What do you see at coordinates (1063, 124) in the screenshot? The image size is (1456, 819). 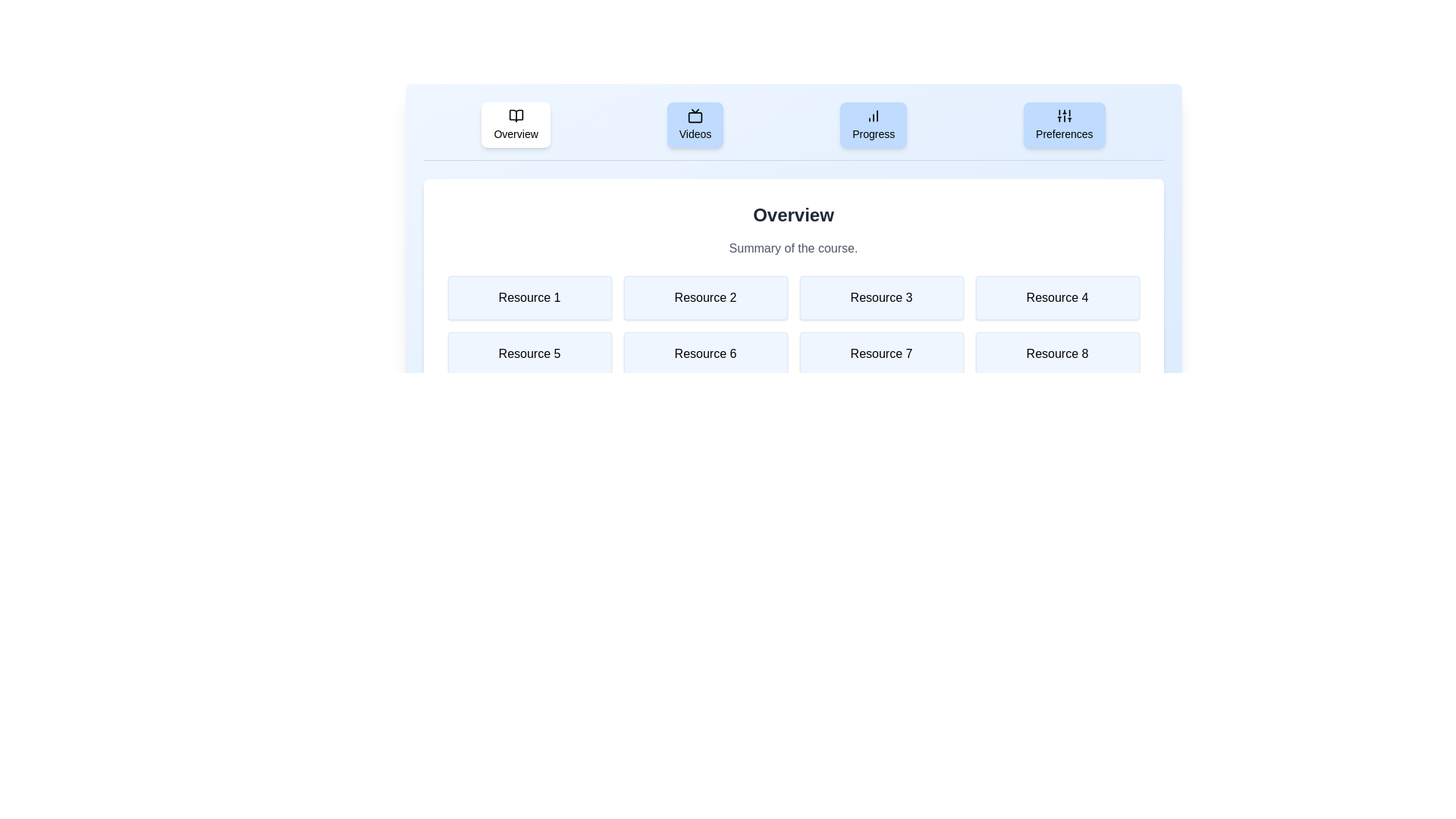 I see `the tab labeled Preferences to view its content` at bounding box center [1063, 124].